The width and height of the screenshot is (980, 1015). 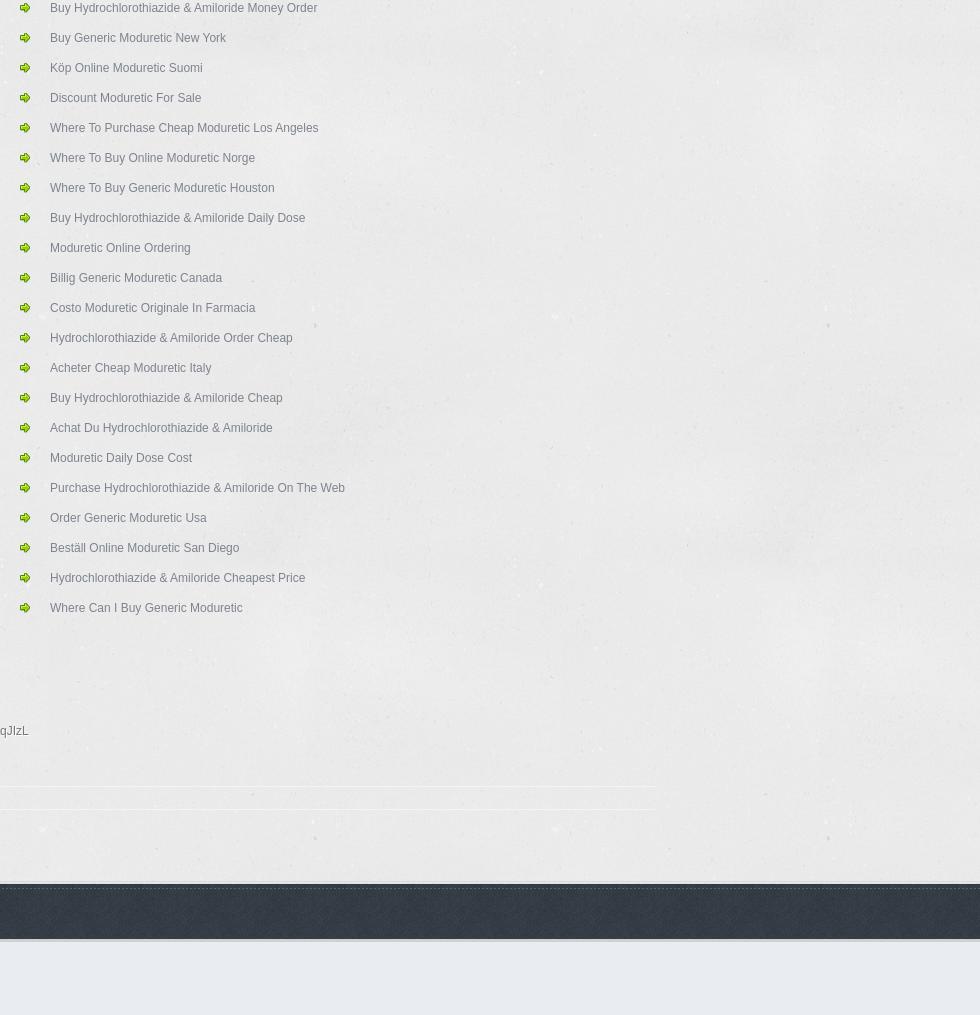 What do you see at coordinates (161, 428) in the screenshot?
I see `'Achat Du Hydrochlorothiazide & Amiloride'` at bounding box center [161, 428].